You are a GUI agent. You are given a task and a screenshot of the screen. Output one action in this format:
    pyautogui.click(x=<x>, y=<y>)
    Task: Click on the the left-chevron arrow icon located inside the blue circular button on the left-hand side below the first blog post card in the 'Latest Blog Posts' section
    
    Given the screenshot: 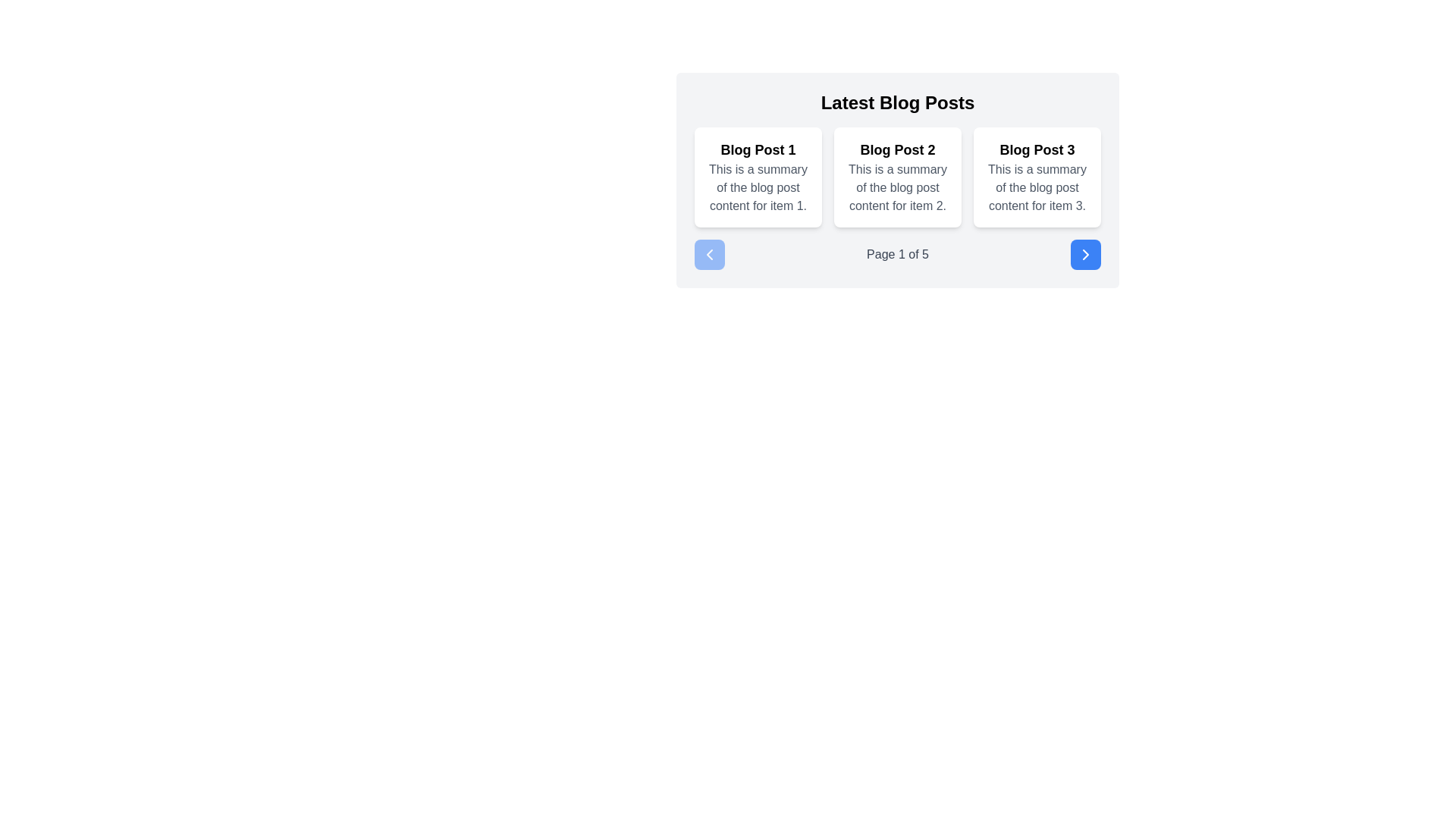 What is the action you would take?
    pyautogui.click(x=709, y=253)
    